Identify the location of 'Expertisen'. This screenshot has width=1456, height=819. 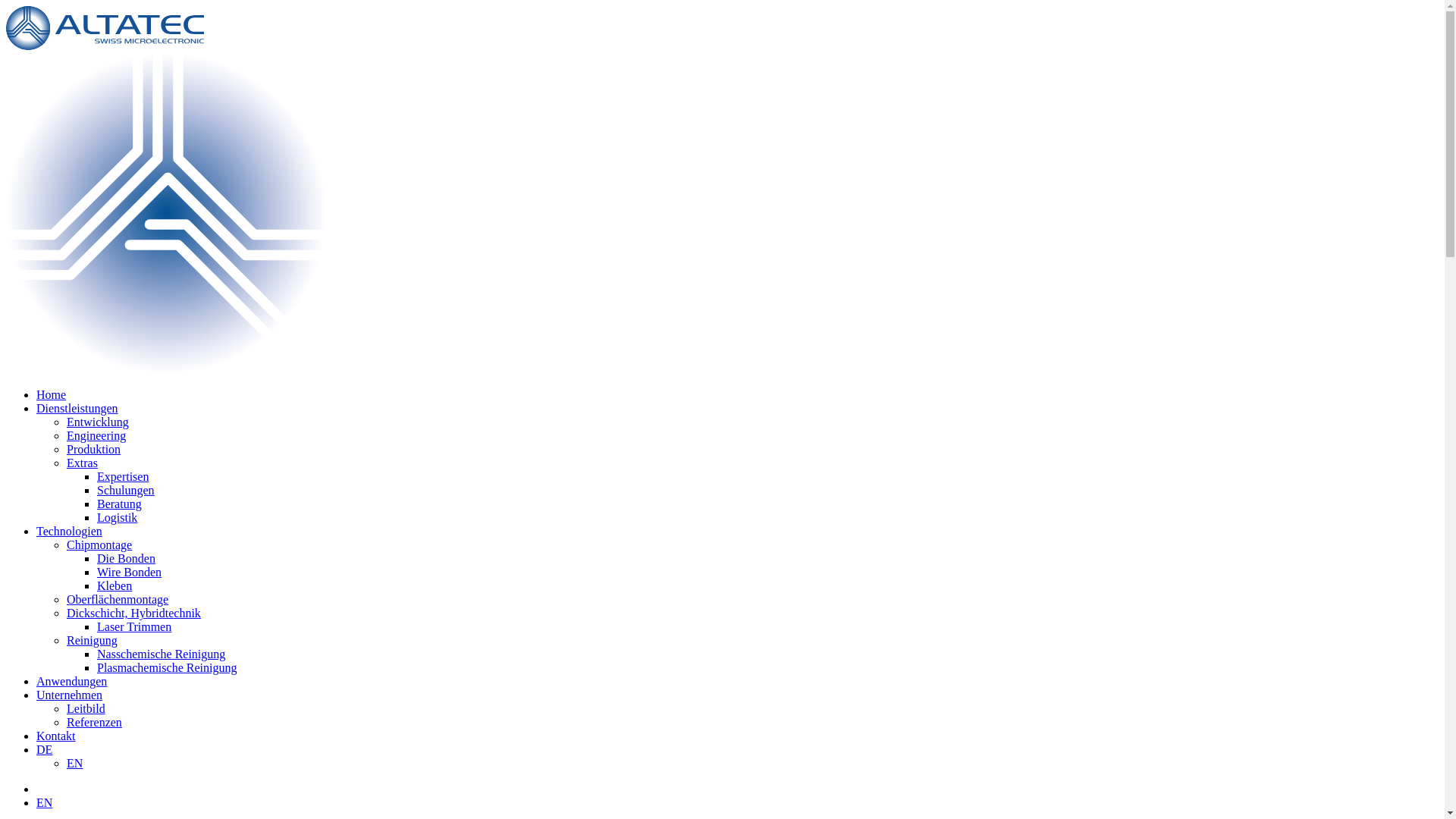
(123, 475).